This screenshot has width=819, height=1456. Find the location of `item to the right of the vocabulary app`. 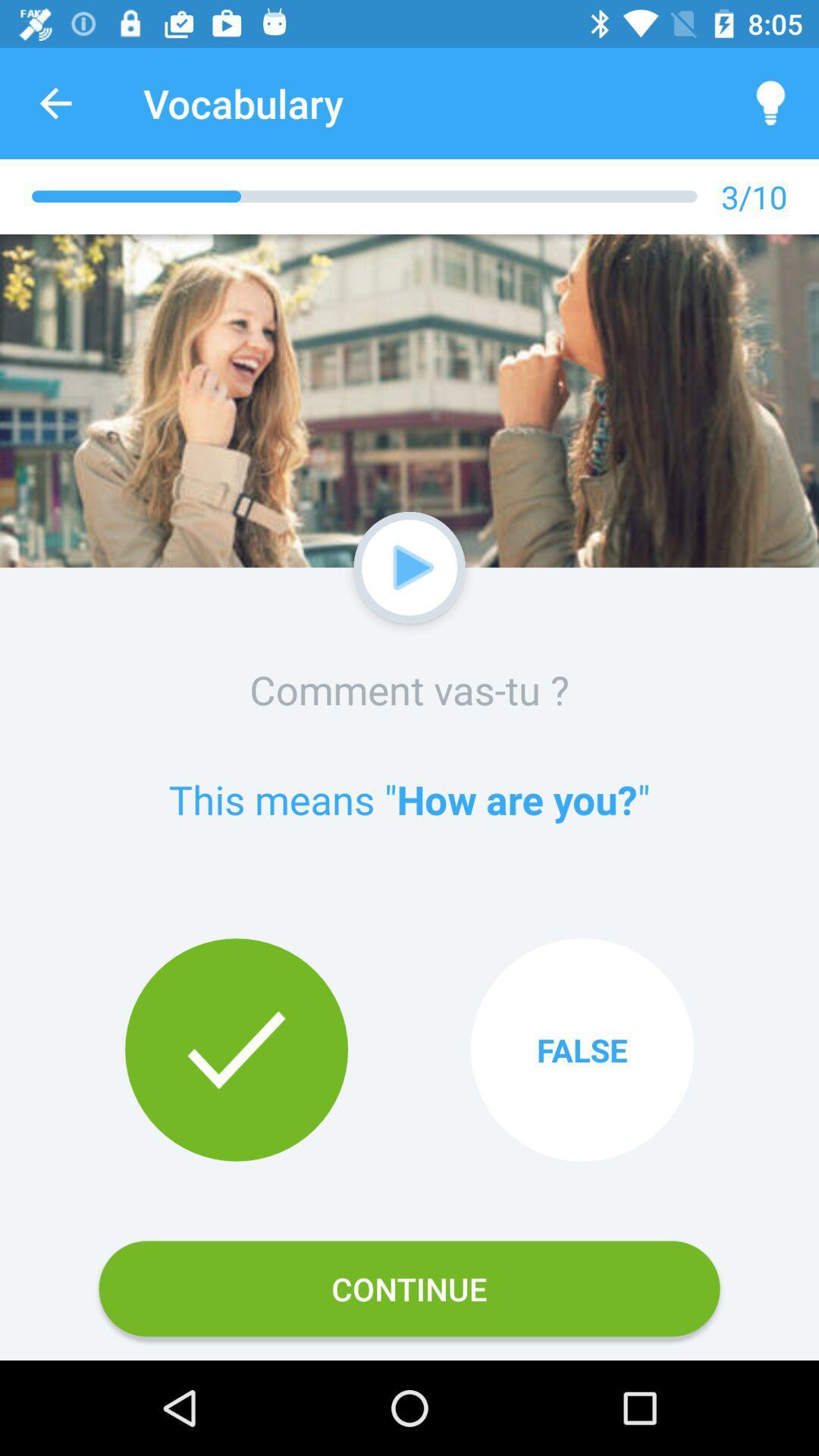

item to the right of the vocabulary app is located at coordinates (771, 102).